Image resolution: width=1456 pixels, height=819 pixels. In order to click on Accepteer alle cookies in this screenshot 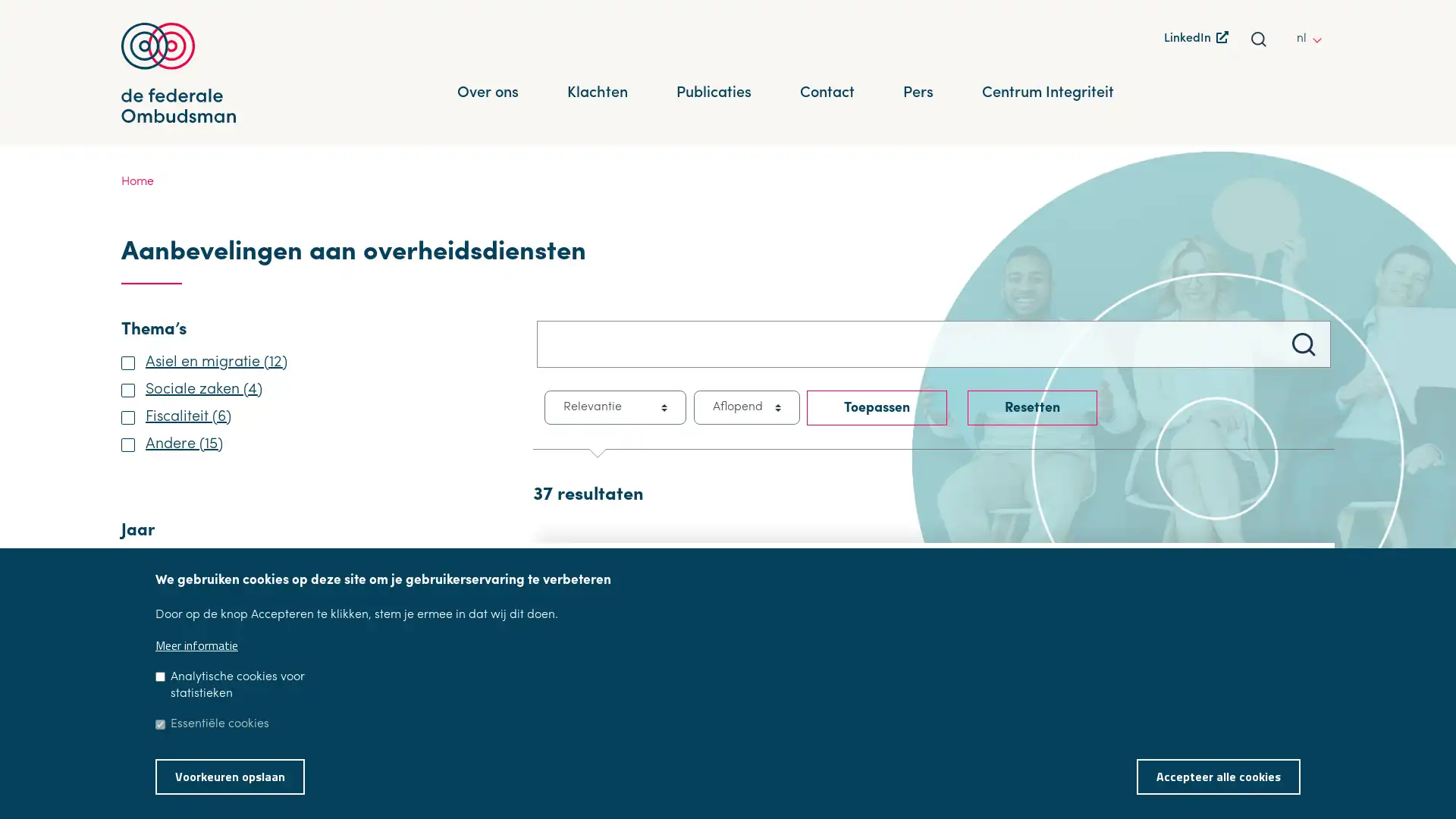, I will do `click(1219, 776)`.